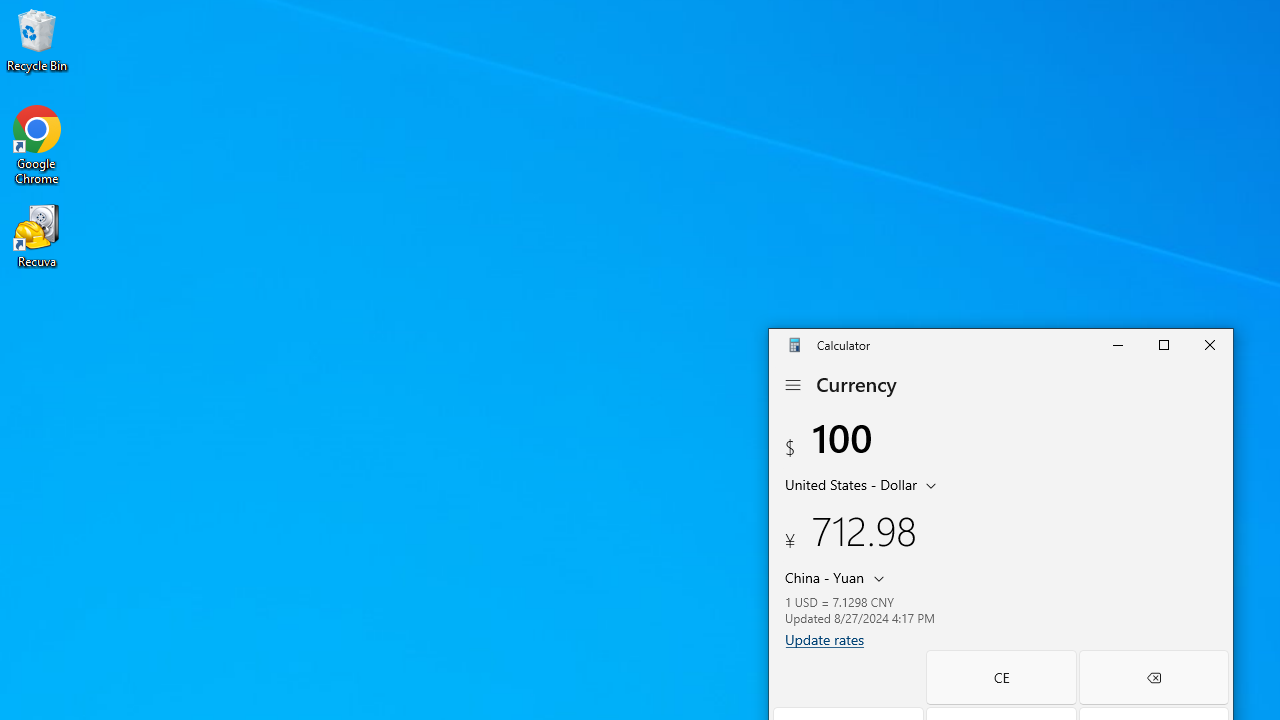 Image resolution: width=1280 pixels, height=720 pixels. I want to click on 'Close Calculator', so click(1208, 343).